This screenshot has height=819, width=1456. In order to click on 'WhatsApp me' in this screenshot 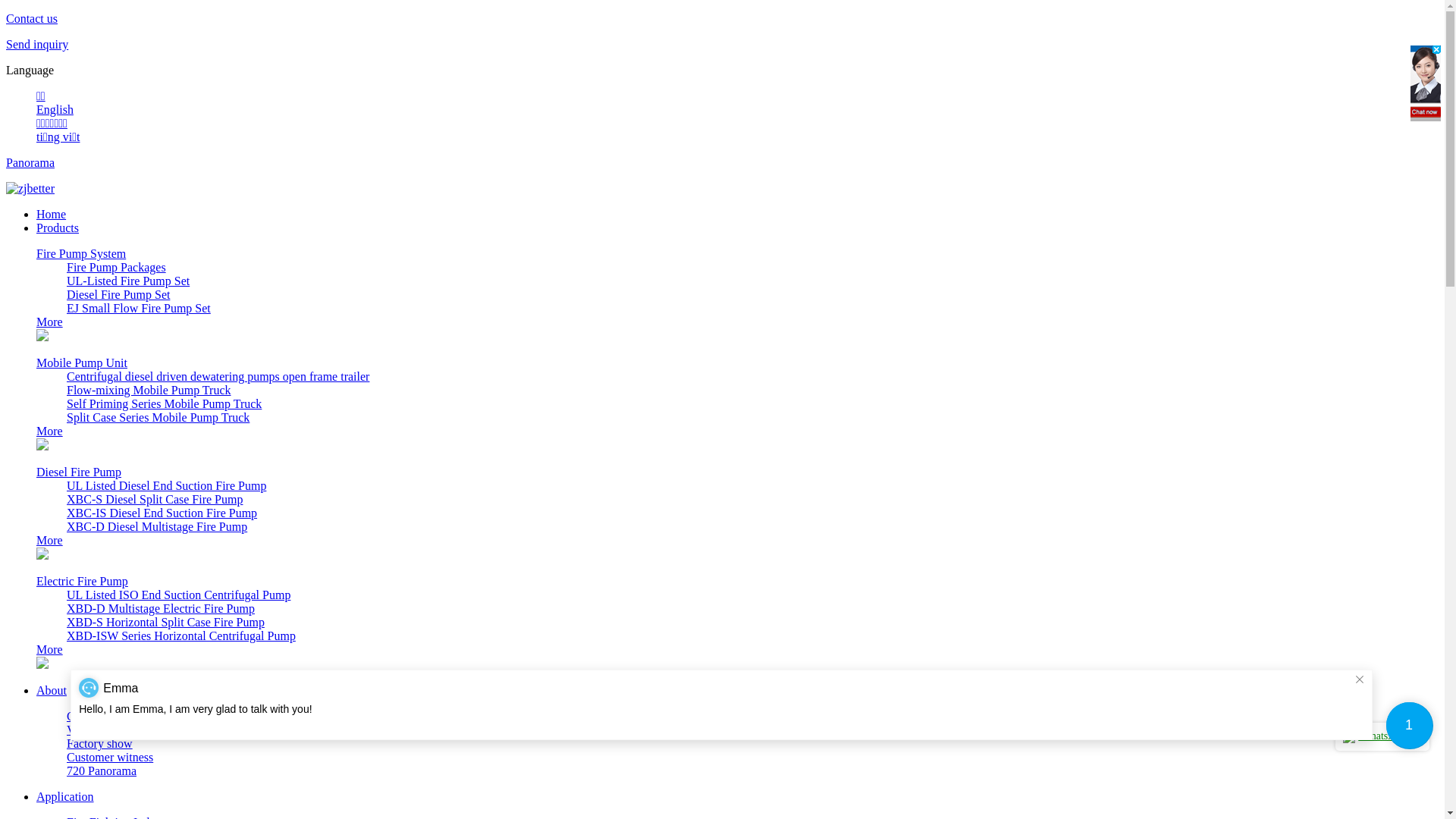, I will do `click(1382, 736)`.